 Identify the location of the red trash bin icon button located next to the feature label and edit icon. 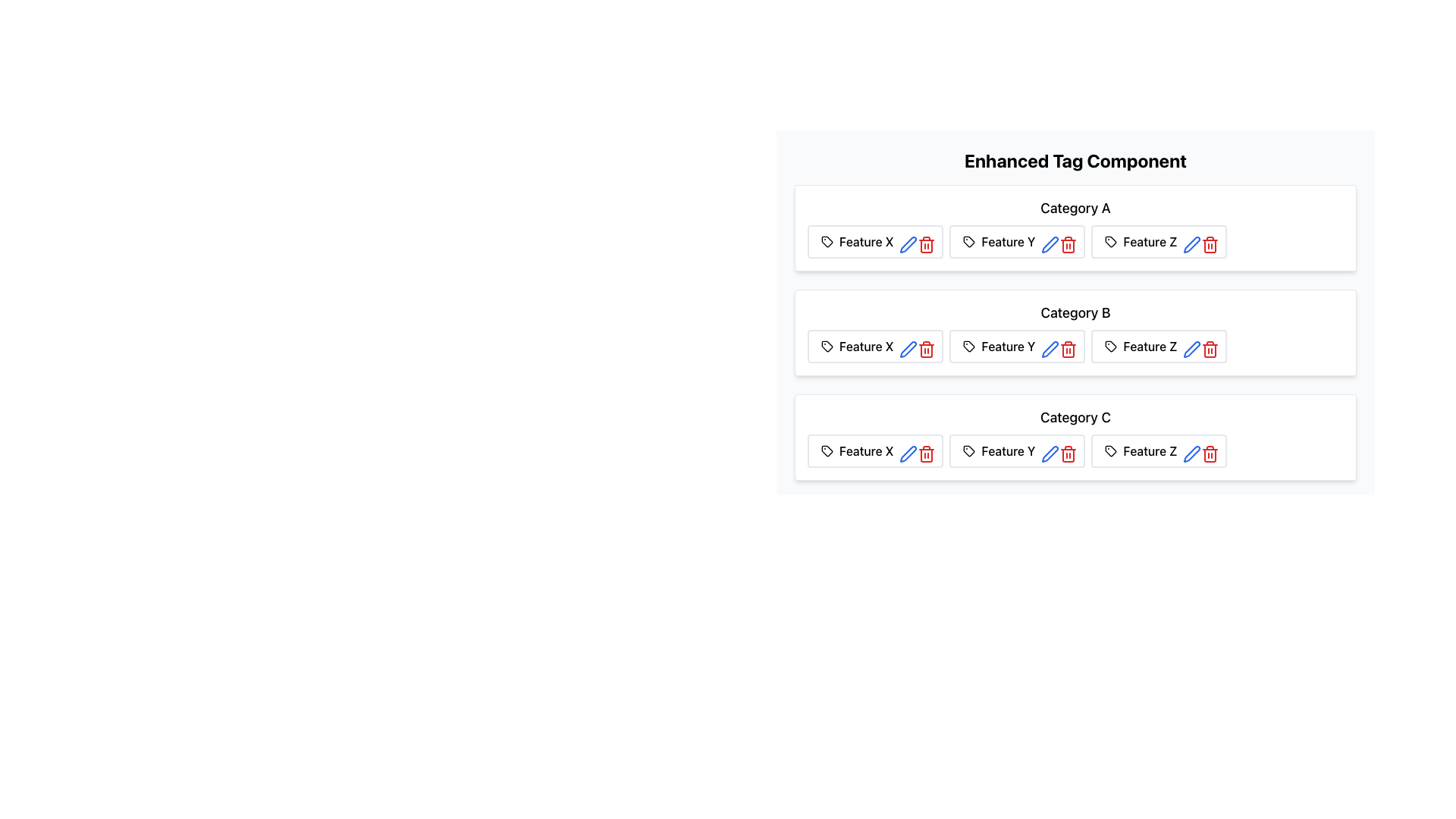
(1210, 350).